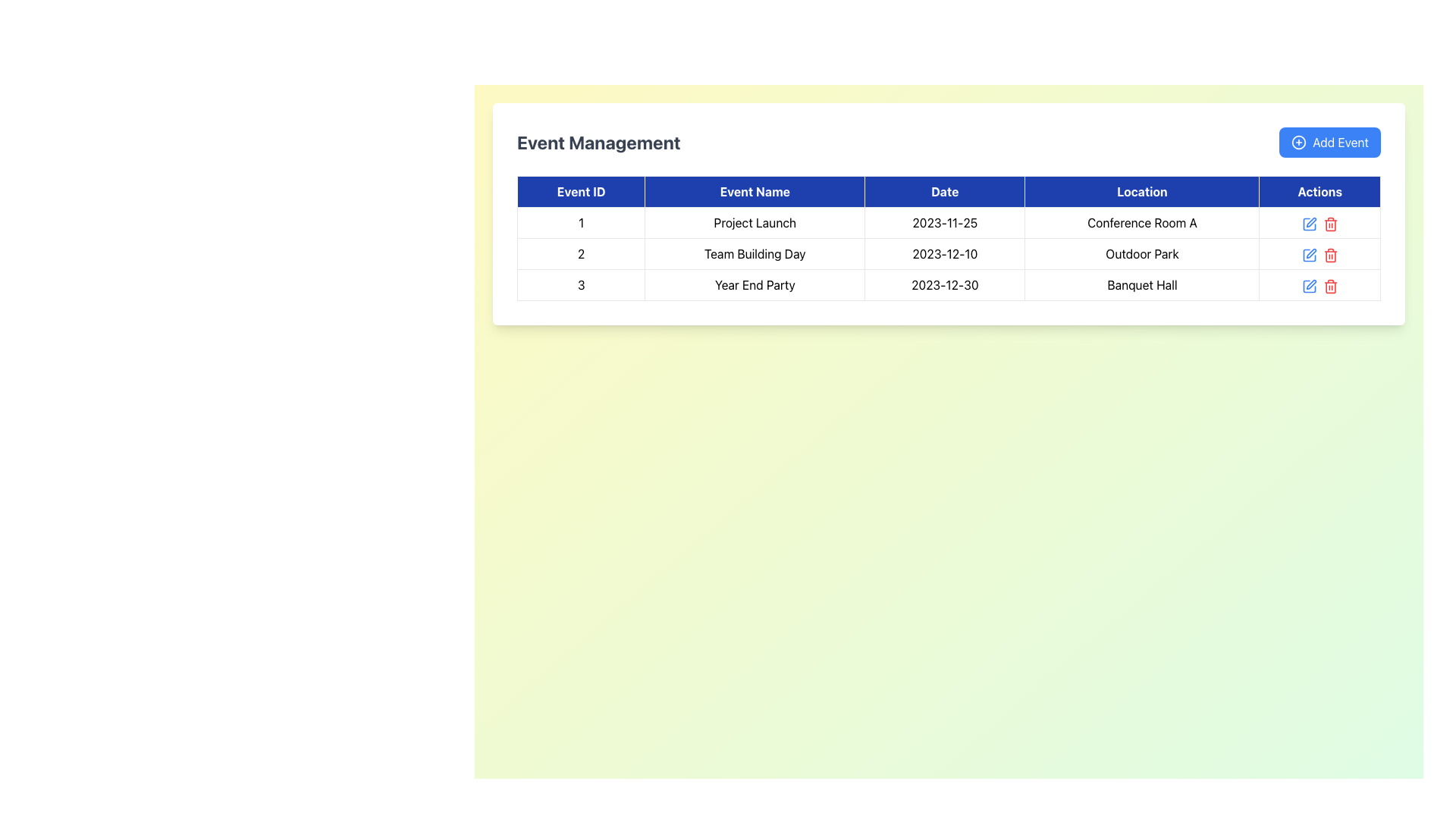  Describe the element at coordinates (755, 191) in the screenshot. I see `the second cell in the header row of the table that labels the column displaying event names, located between 'Event ID' and 'Date'` at that location.